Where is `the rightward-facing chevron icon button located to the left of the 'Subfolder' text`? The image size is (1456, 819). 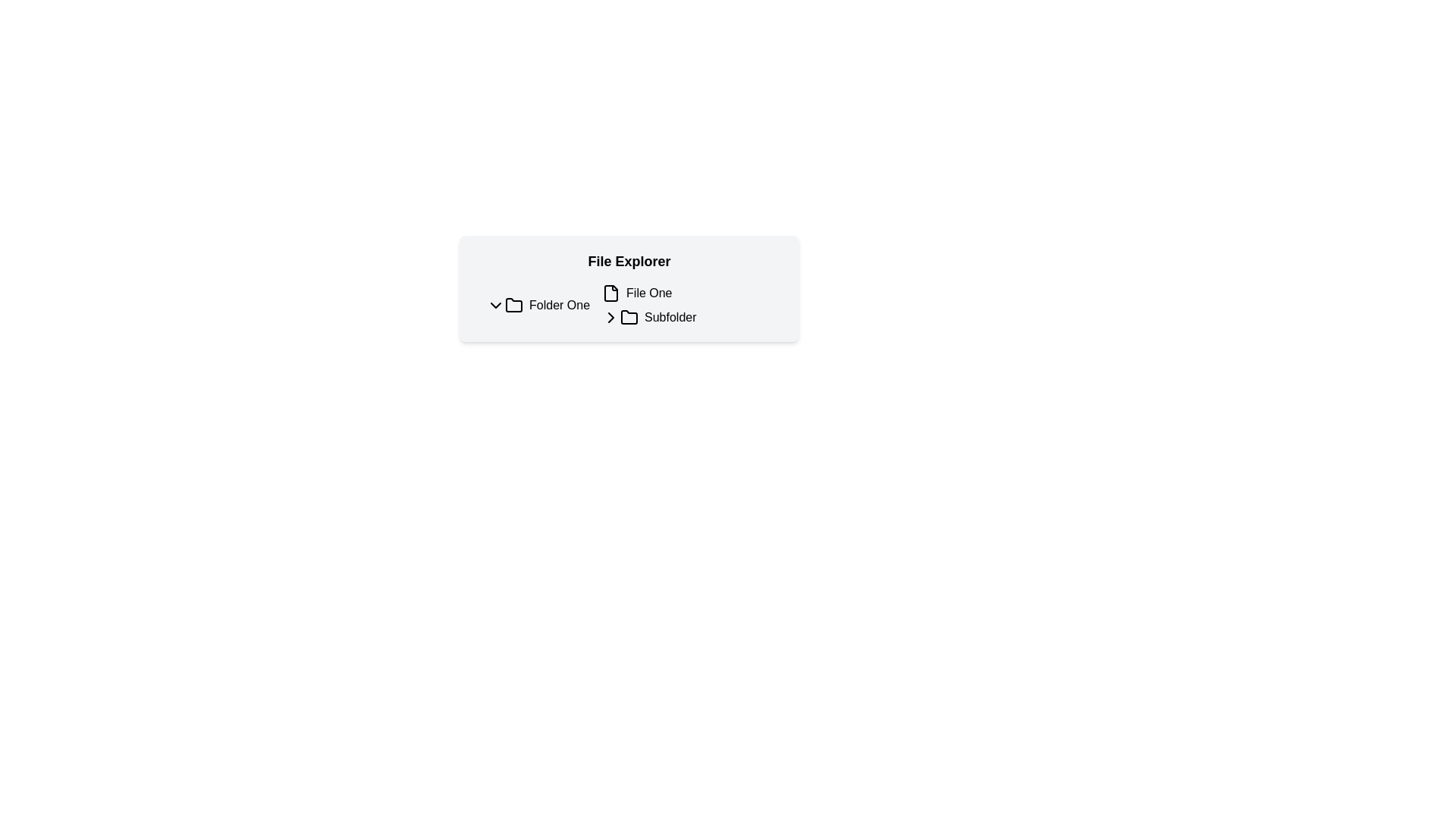 the rightward-facing chevron icon button located to the left of the 'Subfolder' text is located at coordinates (611, 317).